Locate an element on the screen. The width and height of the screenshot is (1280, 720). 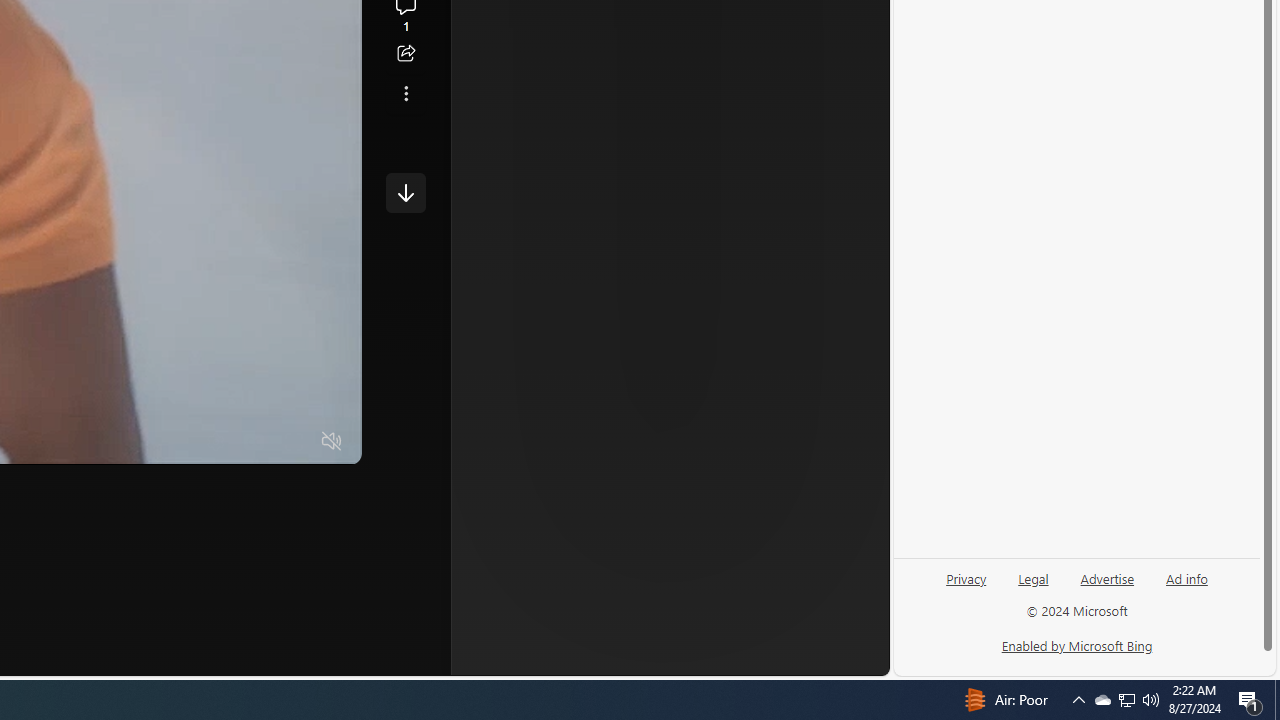
'Unmute' is located at coordinates (332, 441).